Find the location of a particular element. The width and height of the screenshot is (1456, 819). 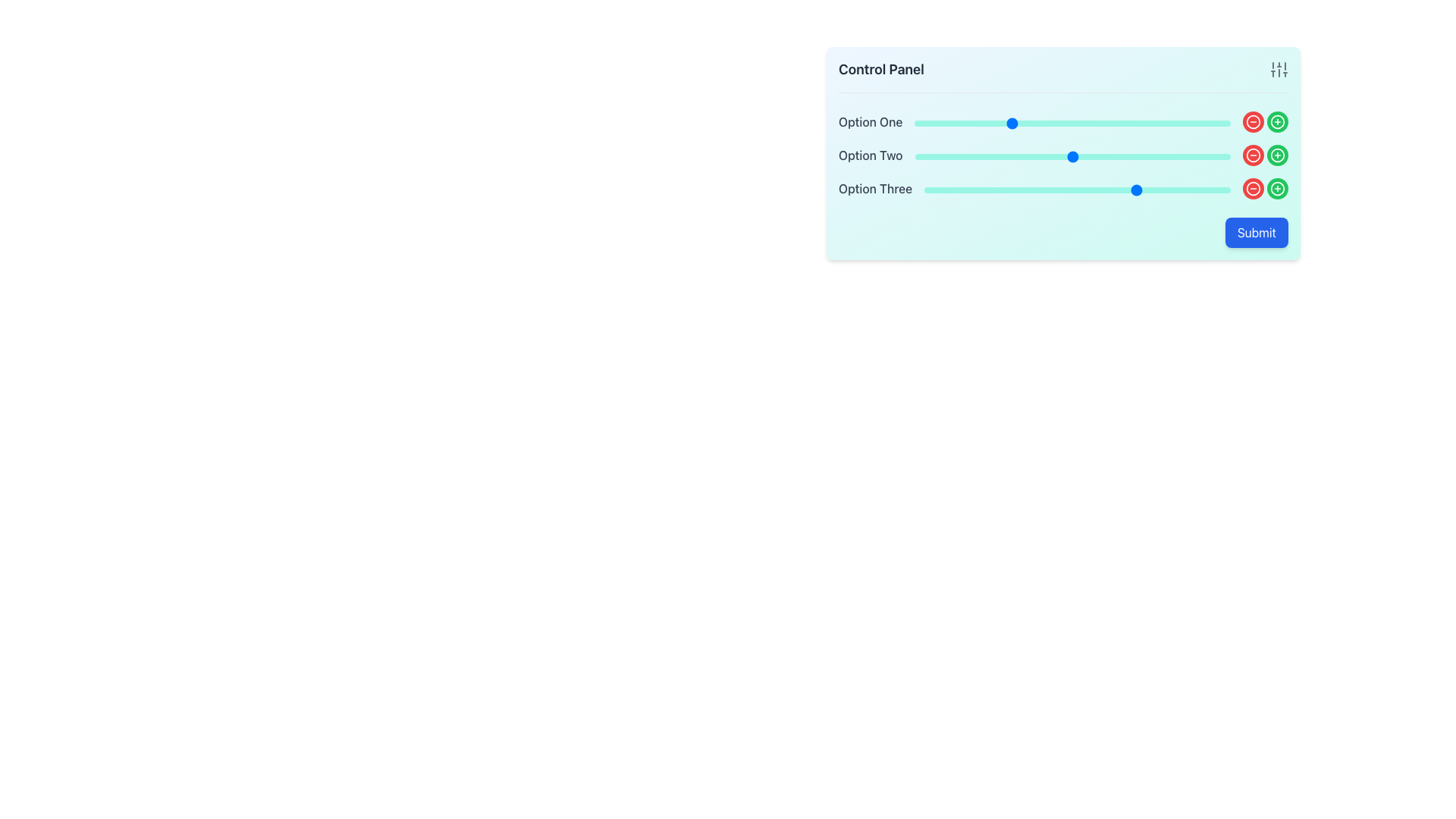

the rectangular 'Submit' button with a blue background and white text located at the bottom-right corner of the light blue control panel is located at coordinates (1256, 233).